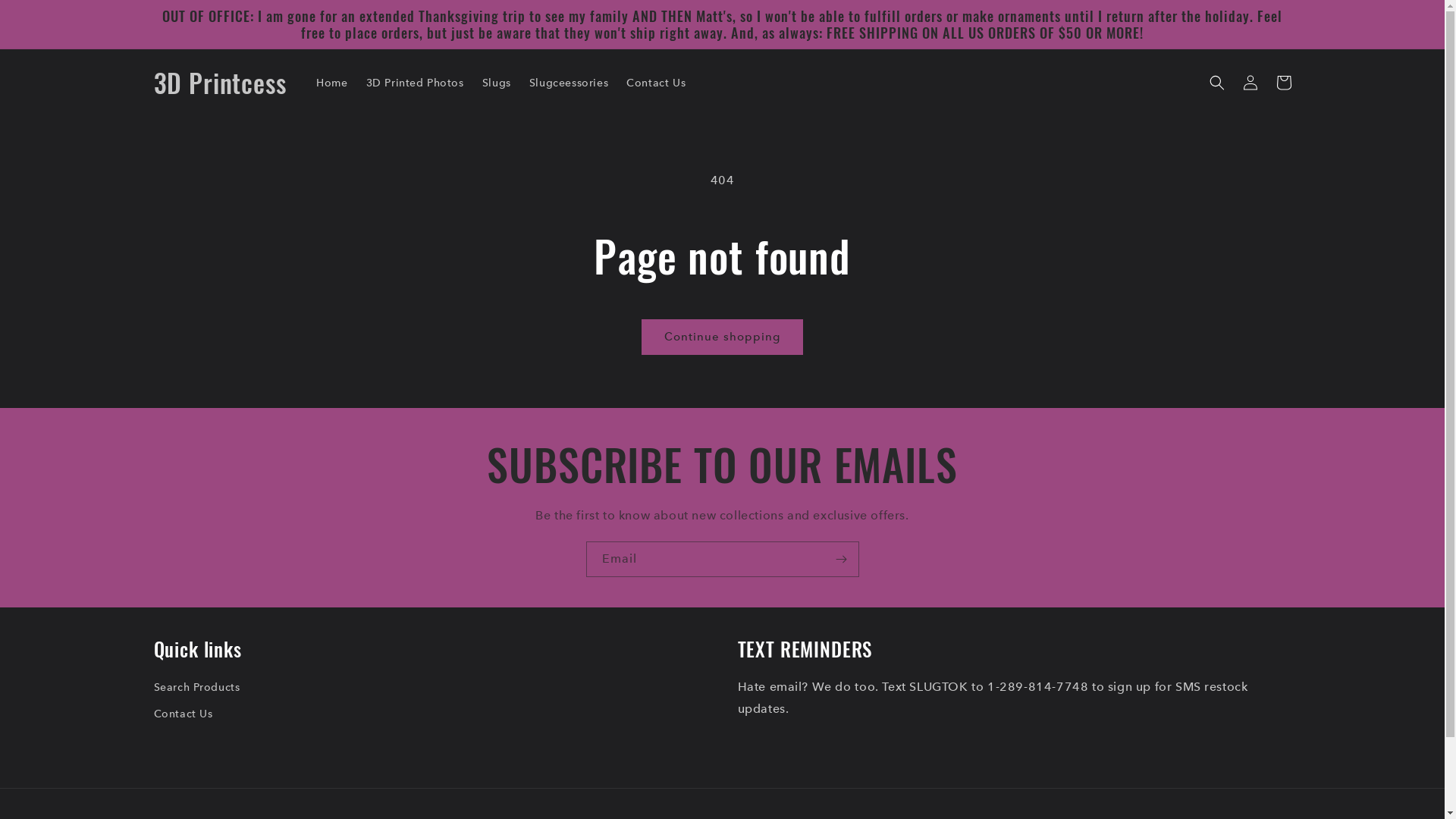 The image size is (1456, 819). What do you see at coordinates (414, 82) in the screenshot?
I see `'3D Printed Photos'` at bounding box center [414, 82].